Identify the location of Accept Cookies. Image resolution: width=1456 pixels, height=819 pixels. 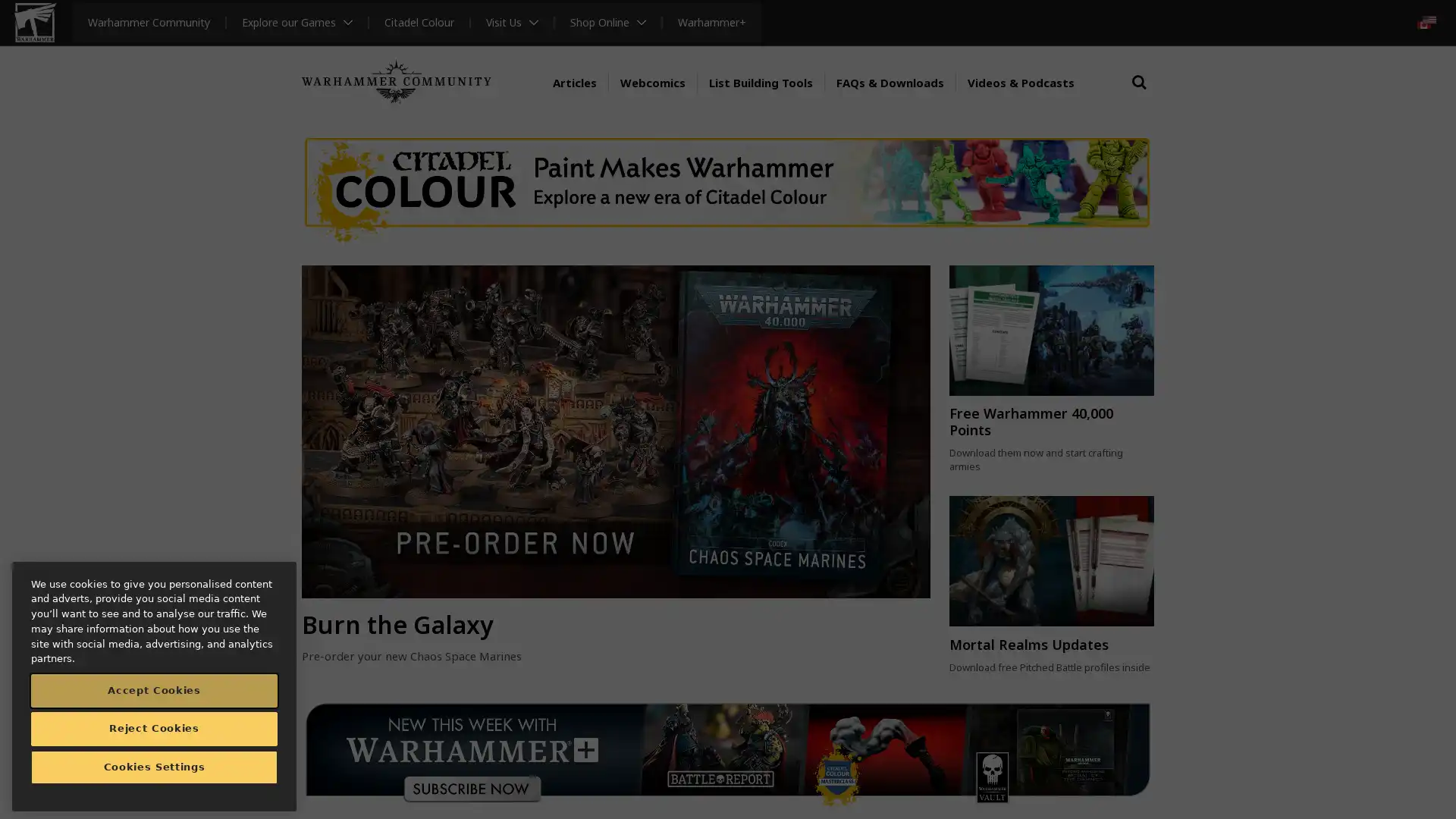
(154, 690).